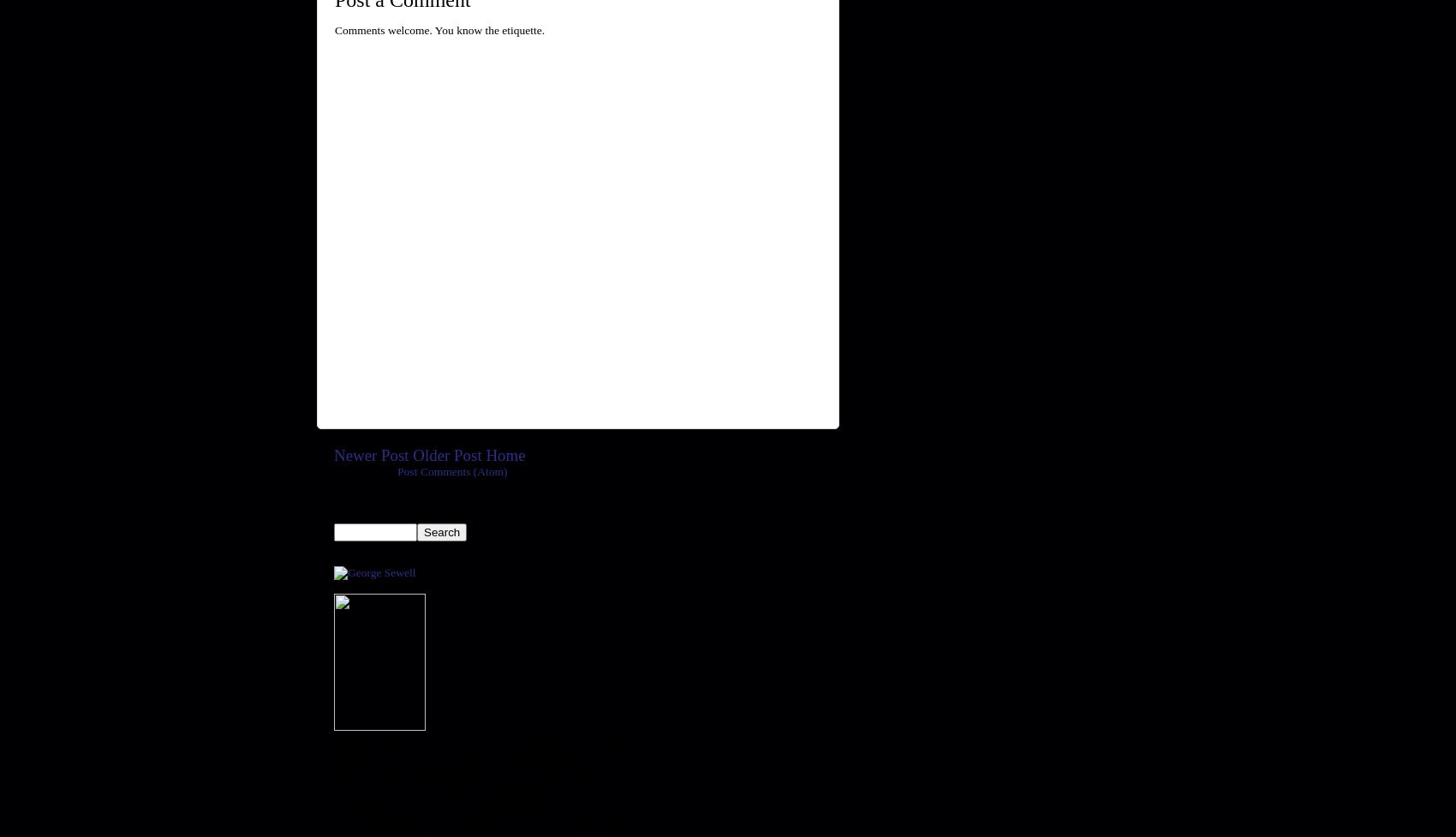 This screenshot has width=1456, height=837. Describe the element at coordinates (391, 509) in the screenshot. I see `'Search This Blog'` at that location.